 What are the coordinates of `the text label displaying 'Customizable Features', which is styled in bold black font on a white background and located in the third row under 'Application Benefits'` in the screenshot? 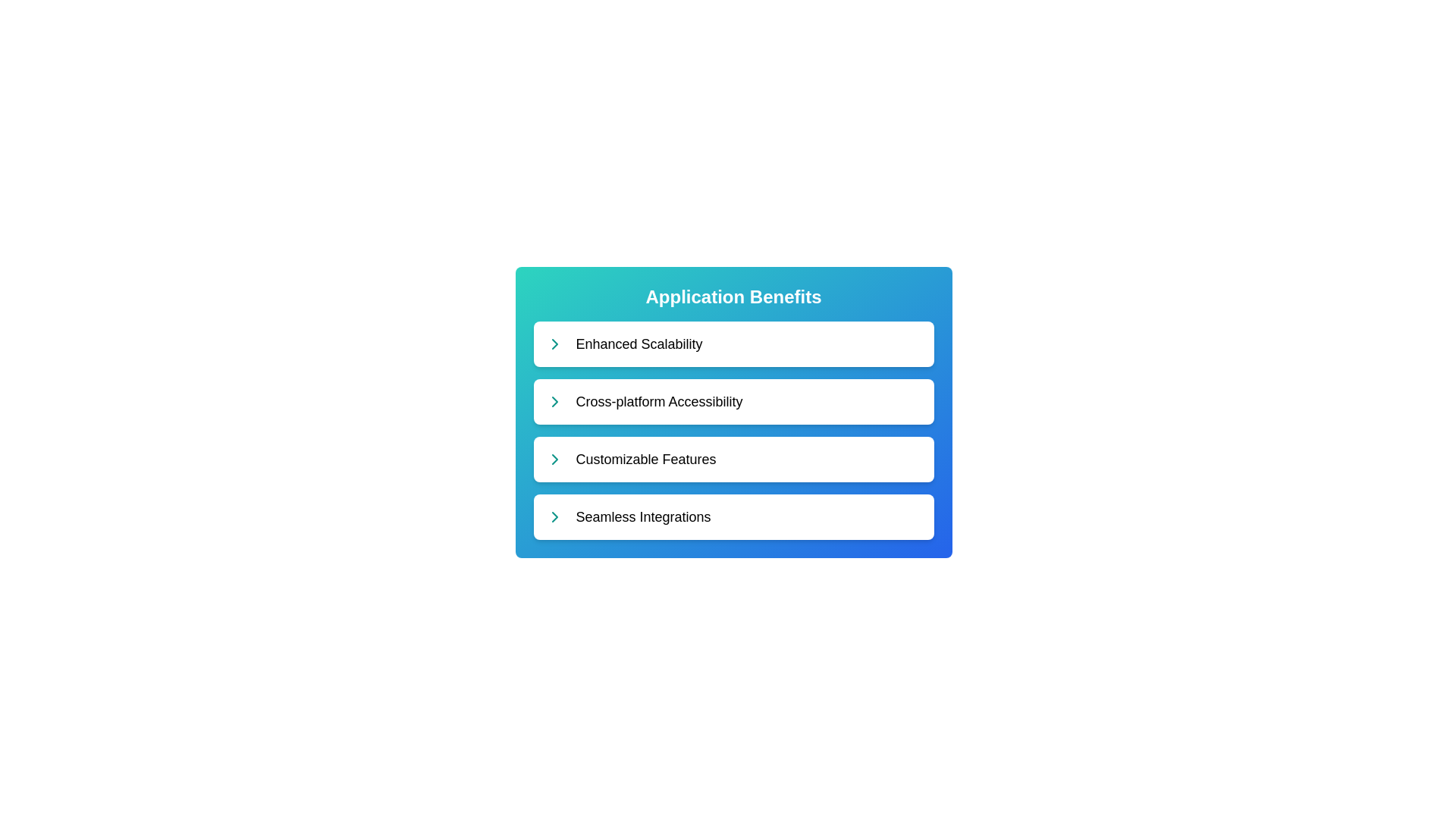 It's located at (646, 458).